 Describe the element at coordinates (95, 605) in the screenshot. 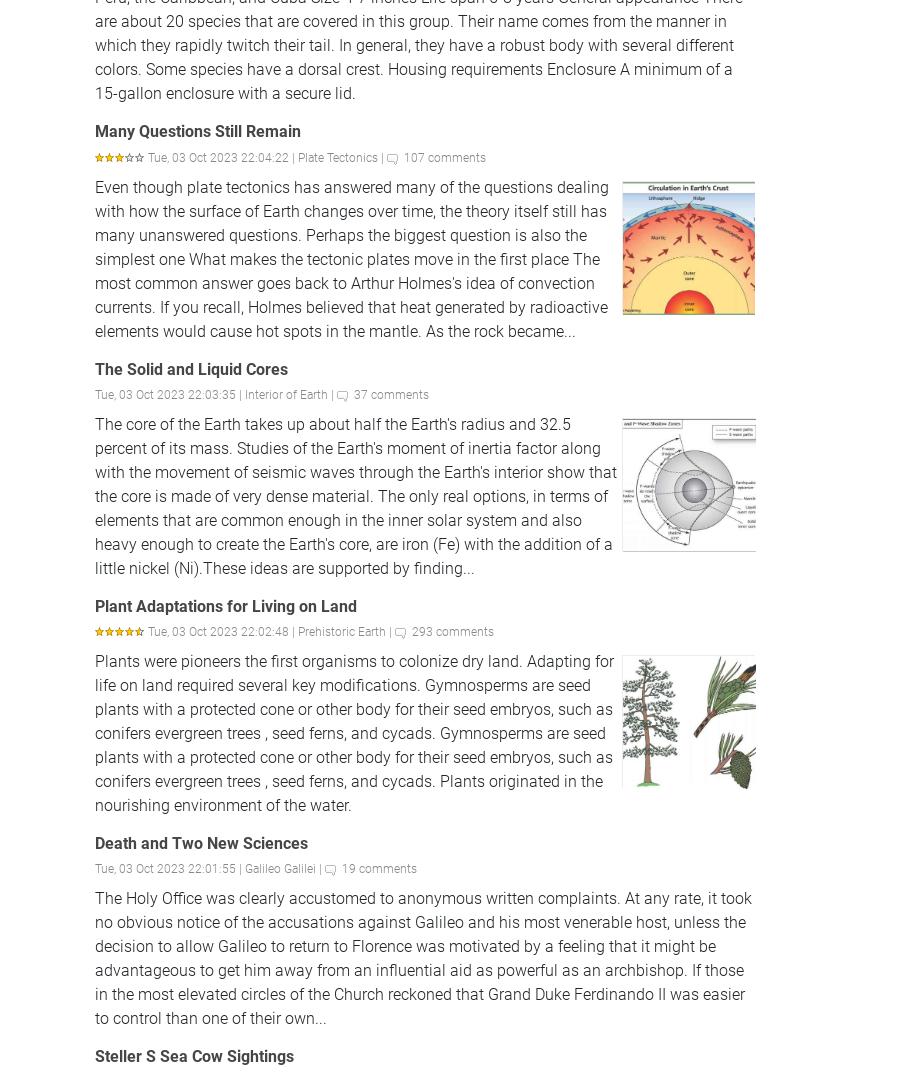

I see `'Plant Adaptations for Living on Land'` at that location.